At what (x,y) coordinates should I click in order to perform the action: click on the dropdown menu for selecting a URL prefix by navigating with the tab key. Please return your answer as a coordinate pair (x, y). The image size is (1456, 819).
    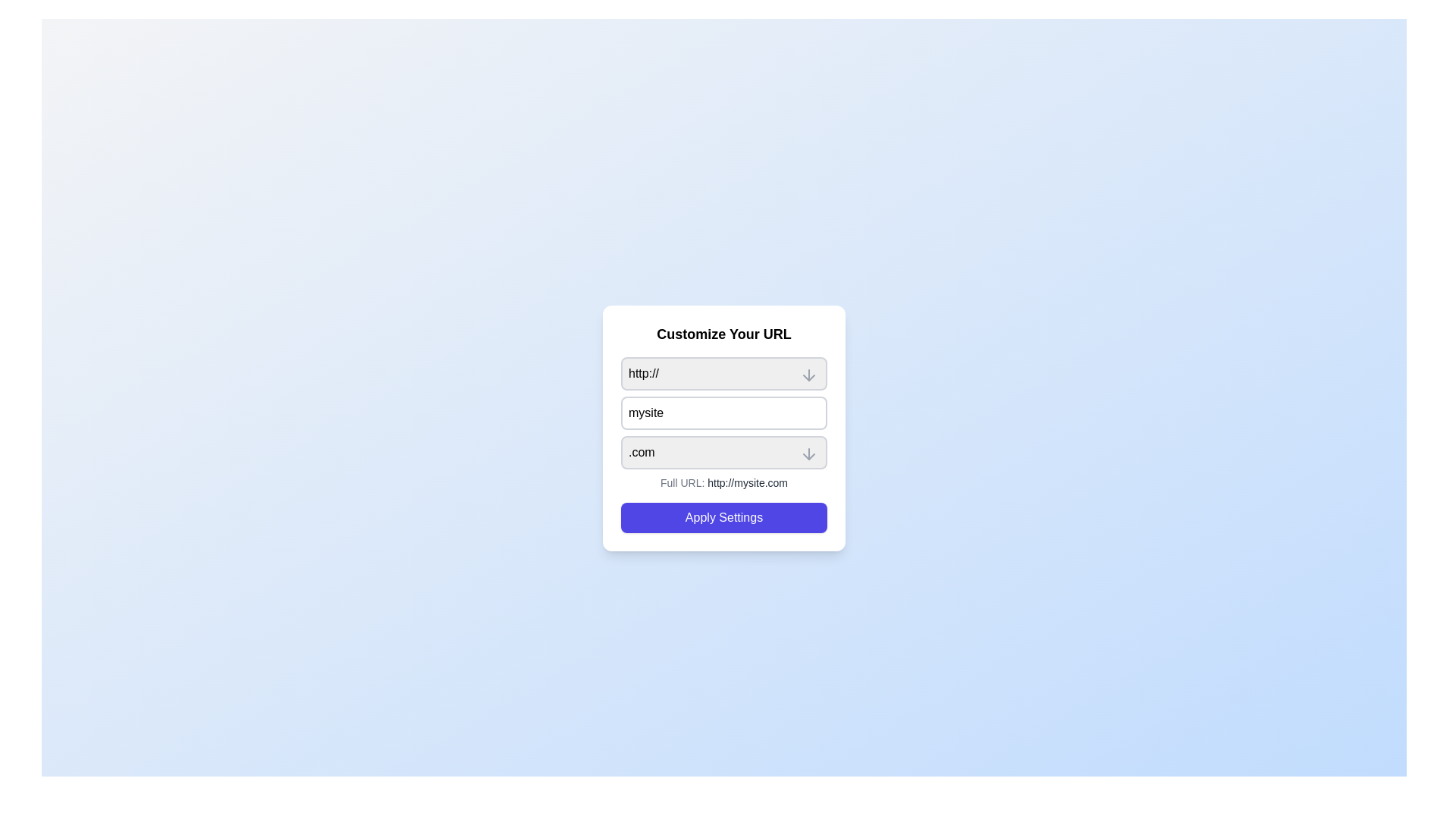
    Looking at the image, I should click on (723, 374).